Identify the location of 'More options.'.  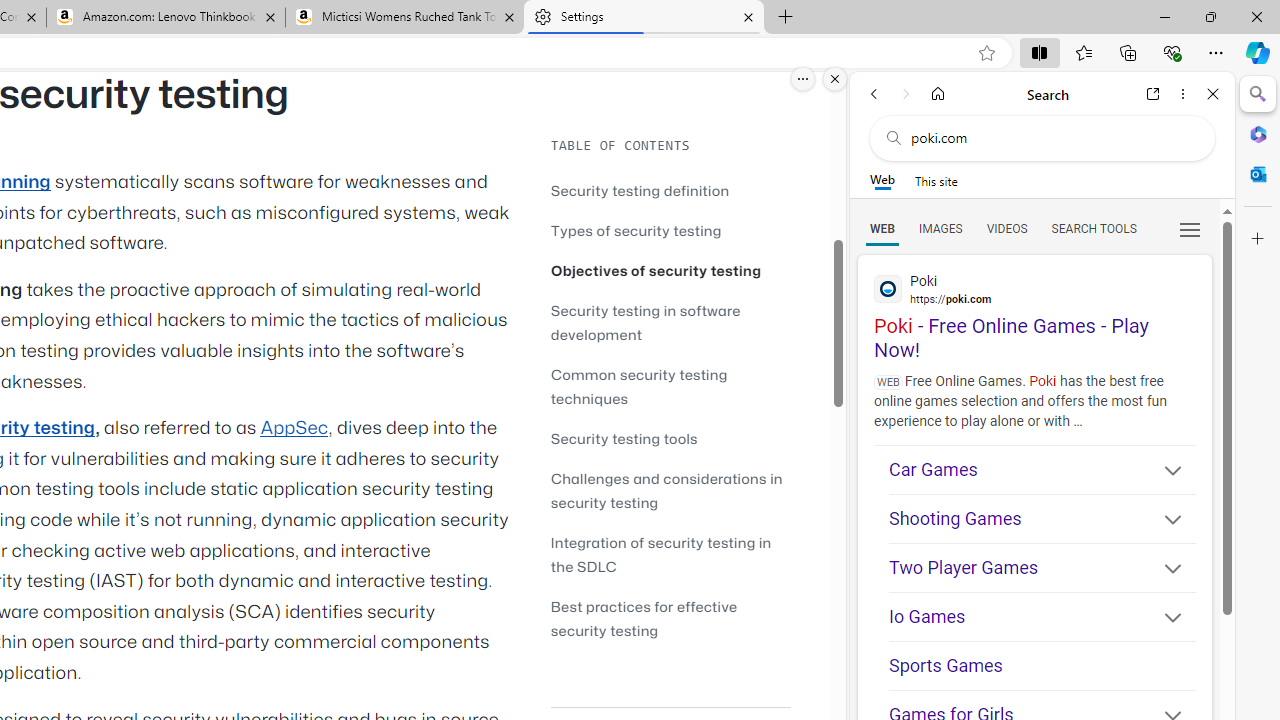
(803, 78).